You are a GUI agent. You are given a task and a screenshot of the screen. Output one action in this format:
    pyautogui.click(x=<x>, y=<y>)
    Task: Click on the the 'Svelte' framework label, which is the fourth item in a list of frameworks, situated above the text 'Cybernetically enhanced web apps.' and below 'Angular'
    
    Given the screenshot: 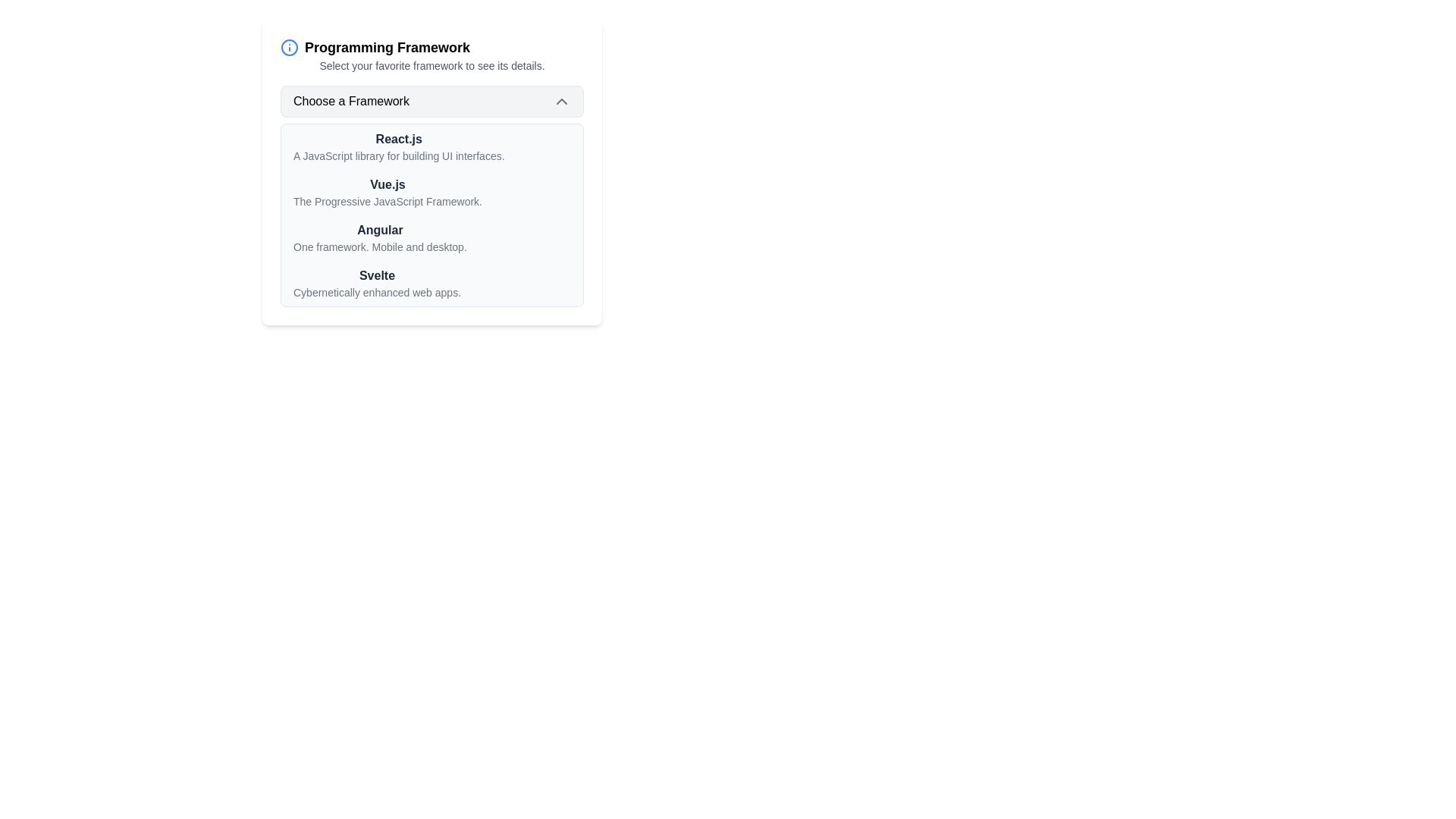 What is the action you would take?
    pyautogui.click(x=377, y=275)
    